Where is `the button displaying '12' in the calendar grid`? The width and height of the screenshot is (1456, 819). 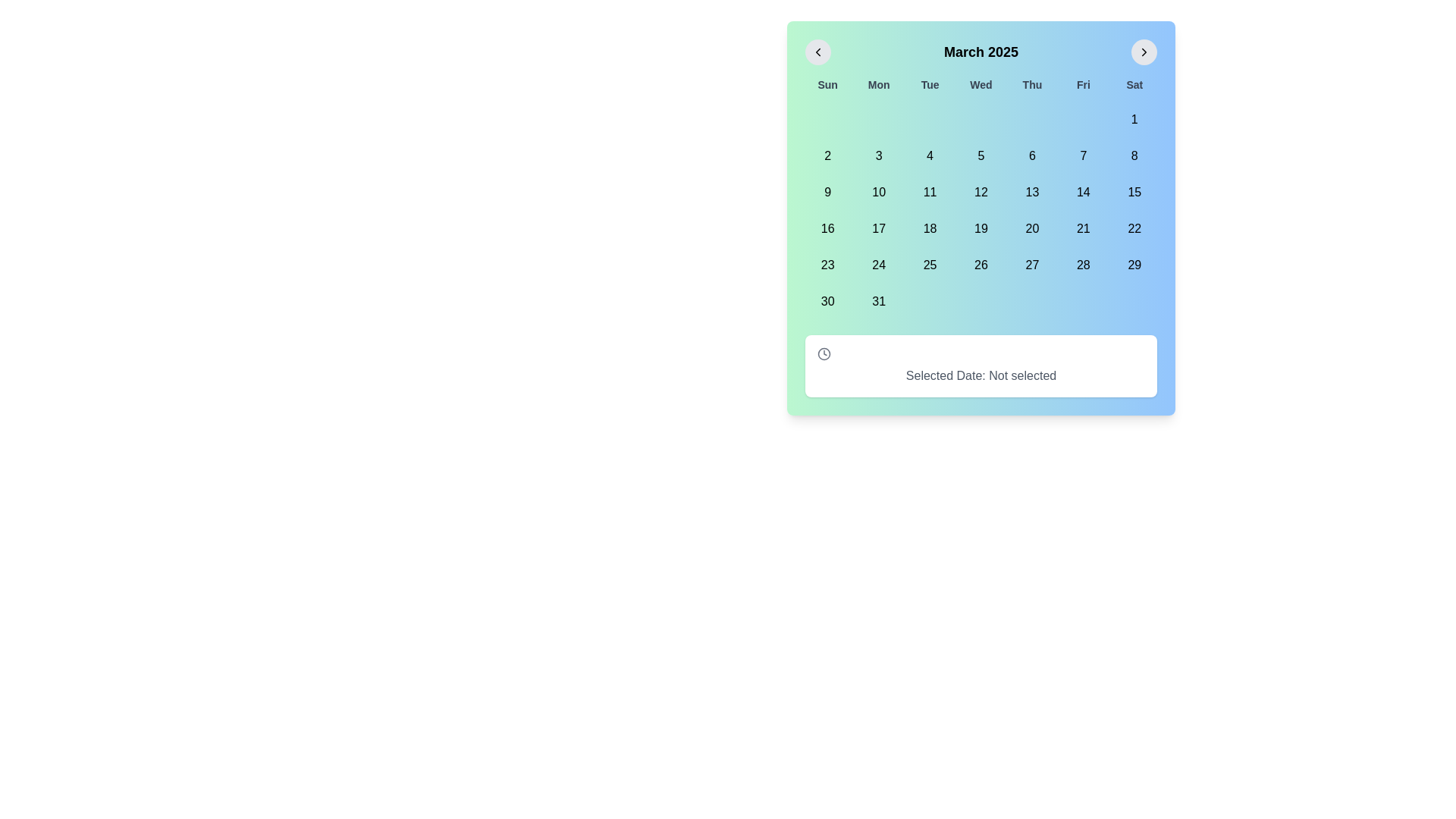 the button displaying '12' in the calendar grid is located at coordinates (981, 192).